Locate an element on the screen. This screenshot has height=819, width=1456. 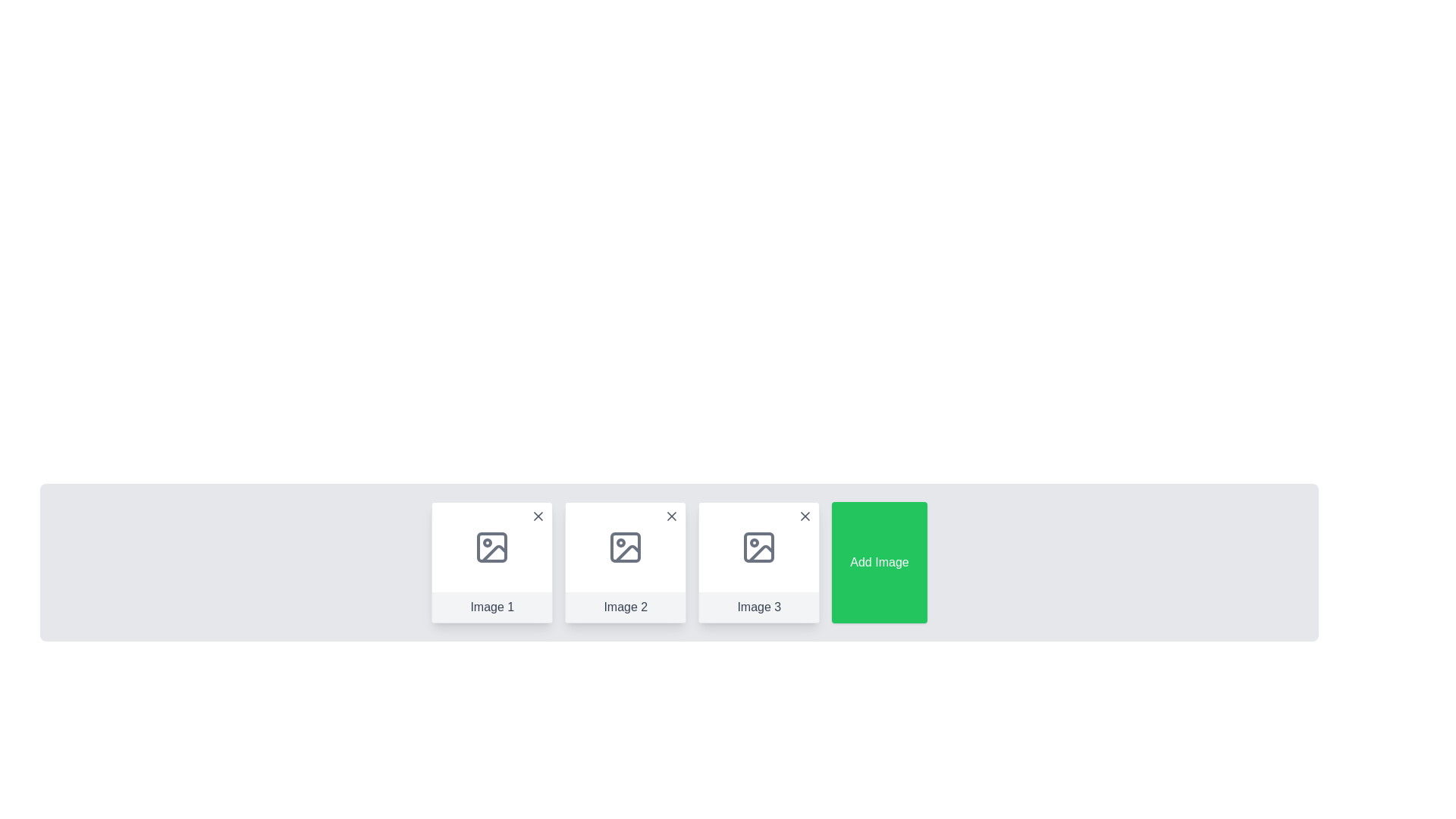
the decorative graphical component of the icon located at the lower-right corner of the third image placeholder icon from the left, which is part of the graphical representation for 'Image 3' is located at coordinates (761, 554).